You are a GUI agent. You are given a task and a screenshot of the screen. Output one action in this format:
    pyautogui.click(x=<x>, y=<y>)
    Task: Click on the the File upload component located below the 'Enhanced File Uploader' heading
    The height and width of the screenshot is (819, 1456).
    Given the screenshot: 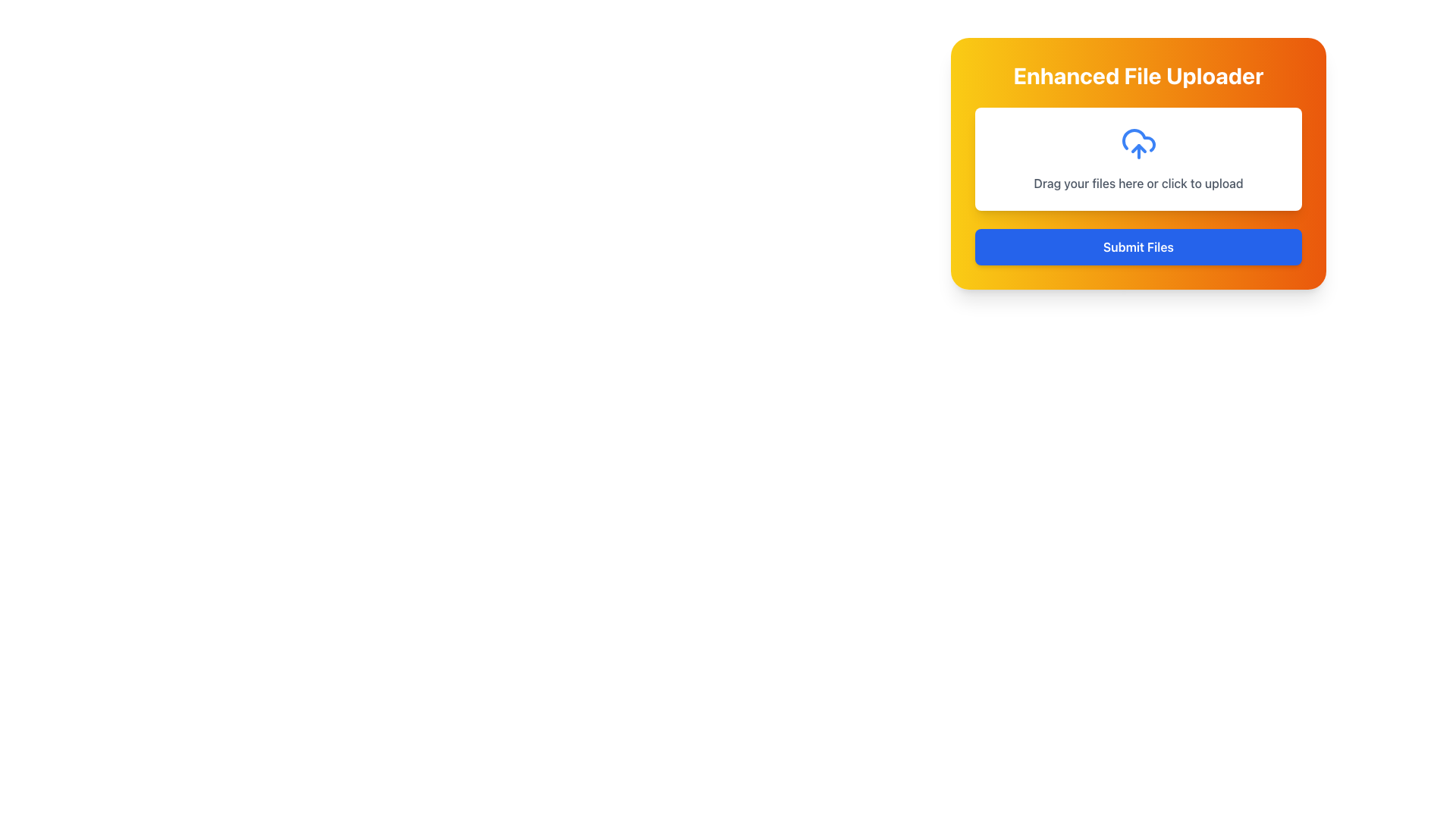 What is the action you would take?
    pyautogui.click(x=1138, y=158)
    